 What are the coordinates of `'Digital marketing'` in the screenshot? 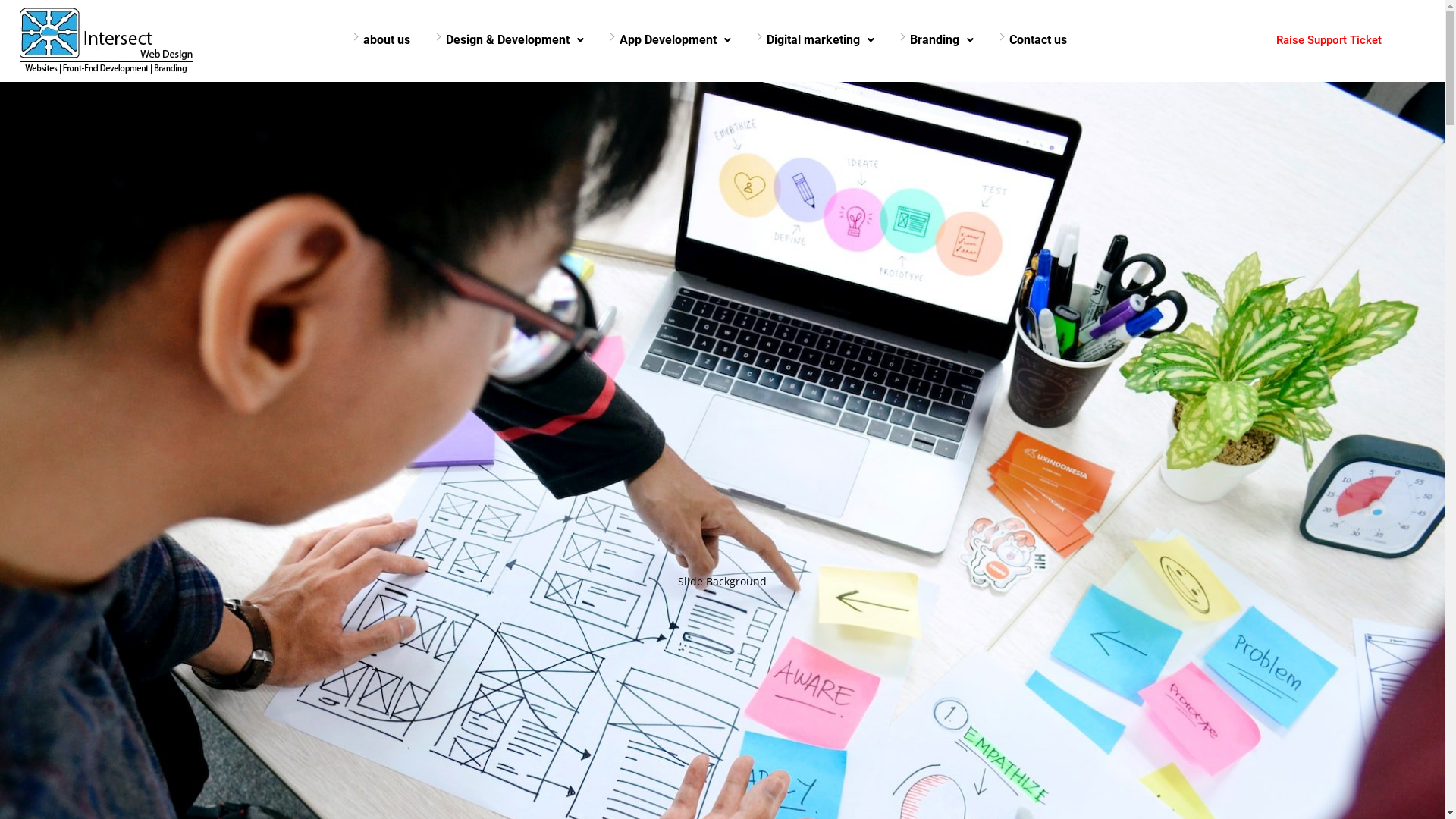 It's located at (819, 39).